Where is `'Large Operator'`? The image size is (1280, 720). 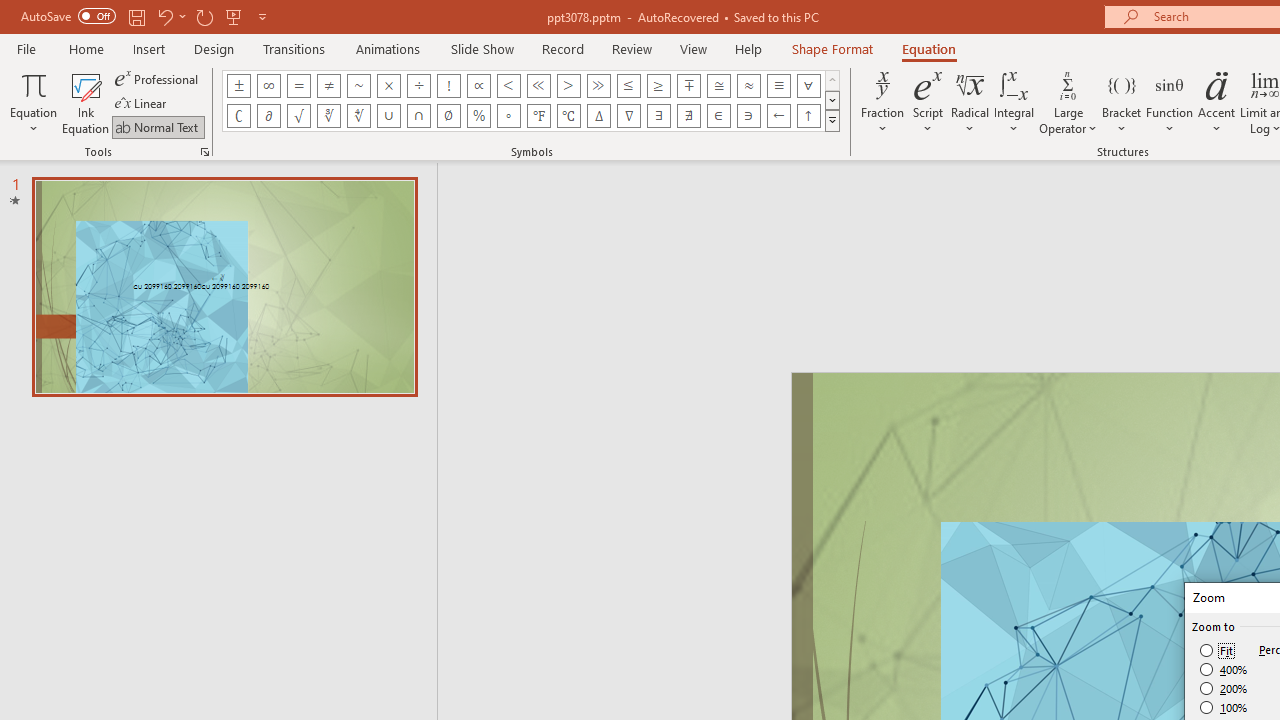
'Large Operator' is located at coordinates (1067, 103).